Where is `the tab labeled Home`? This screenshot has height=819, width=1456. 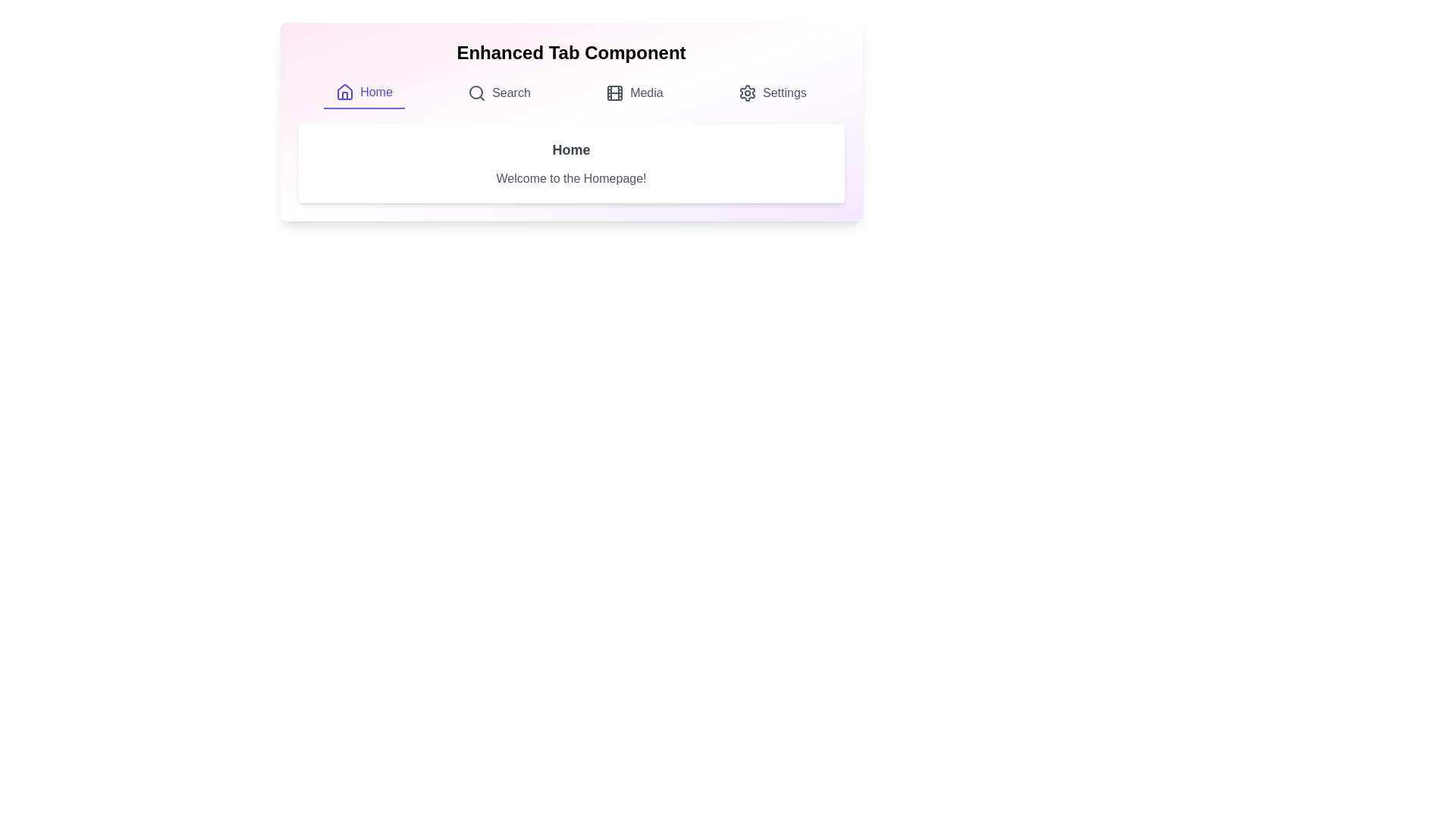 the tab labeled Home is located at coordinates (364, 93).